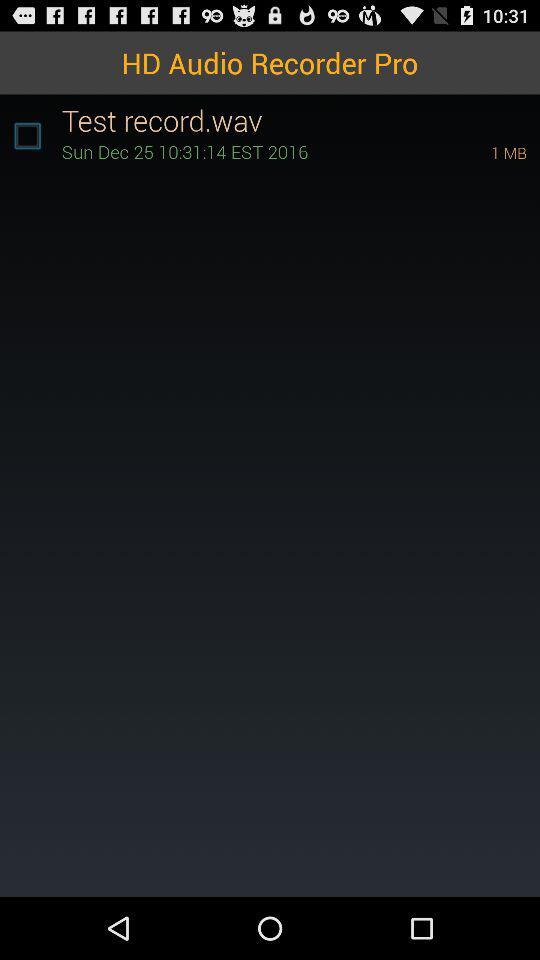 The width and height of the screenshot is (540, 960). What do you see at coordinates (26, 135) in the screenshot?
I see `option` at bounding box center [26, 135].